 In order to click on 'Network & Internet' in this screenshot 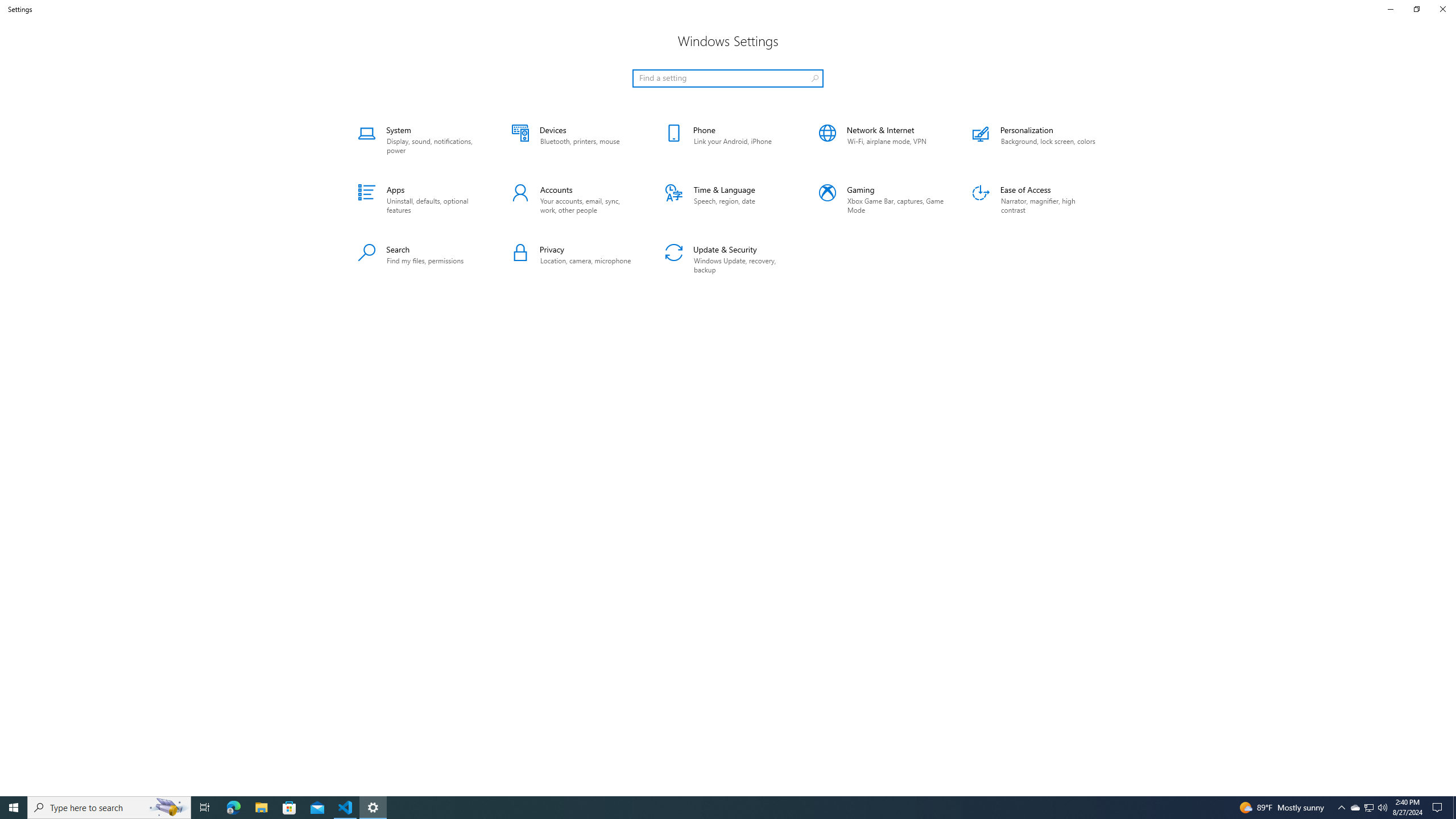, I will do `click(881, 139)`.